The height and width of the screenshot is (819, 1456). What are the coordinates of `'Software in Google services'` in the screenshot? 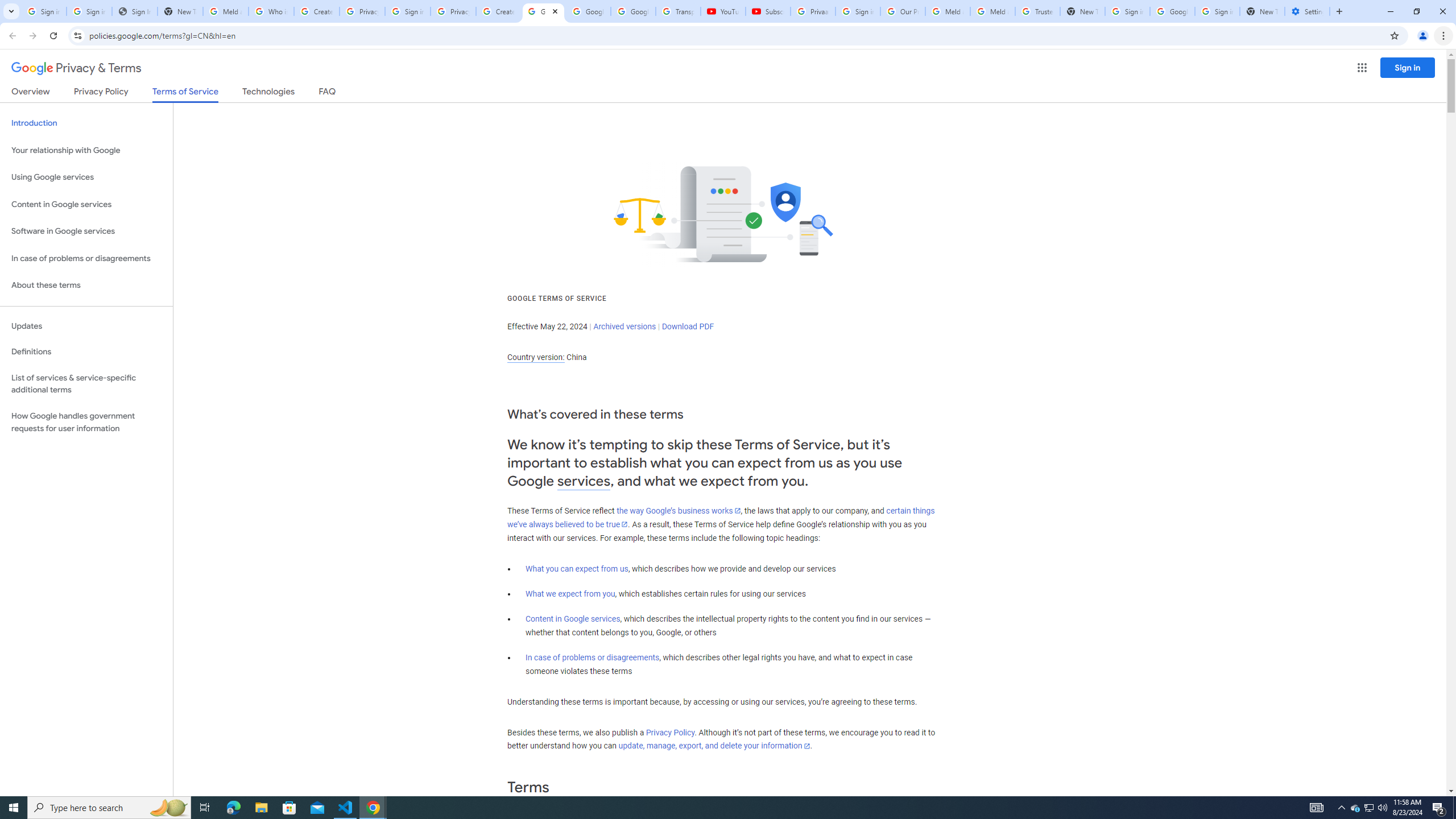 It's located at (86, 230).